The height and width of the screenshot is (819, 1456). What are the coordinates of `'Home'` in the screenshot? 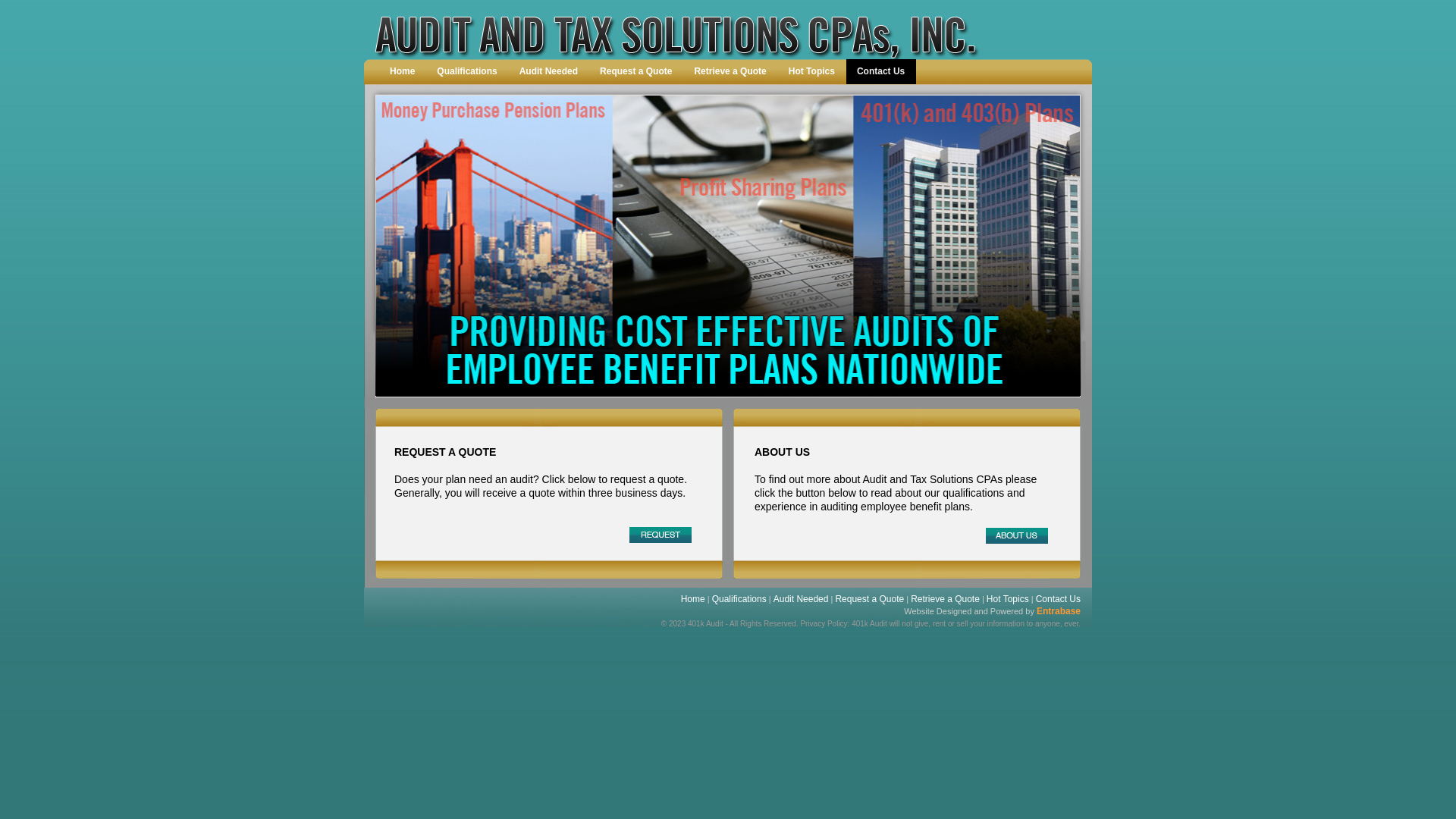 It's located at (692, 598).